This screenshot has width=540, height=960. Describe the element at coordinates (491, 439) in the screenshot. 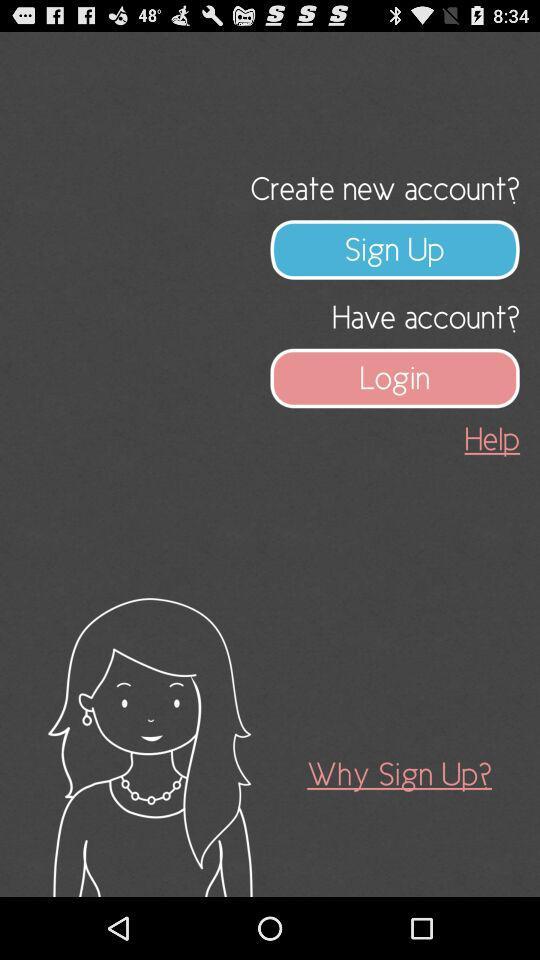

I see `the help item` at that location.